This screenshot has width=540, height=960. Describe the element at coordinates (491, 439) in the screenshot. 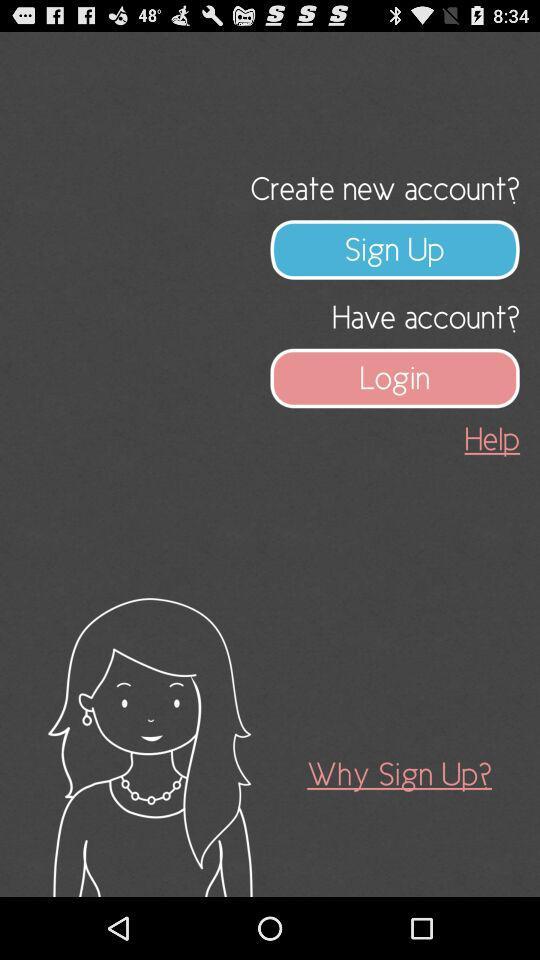

I see `the help item` at that location.